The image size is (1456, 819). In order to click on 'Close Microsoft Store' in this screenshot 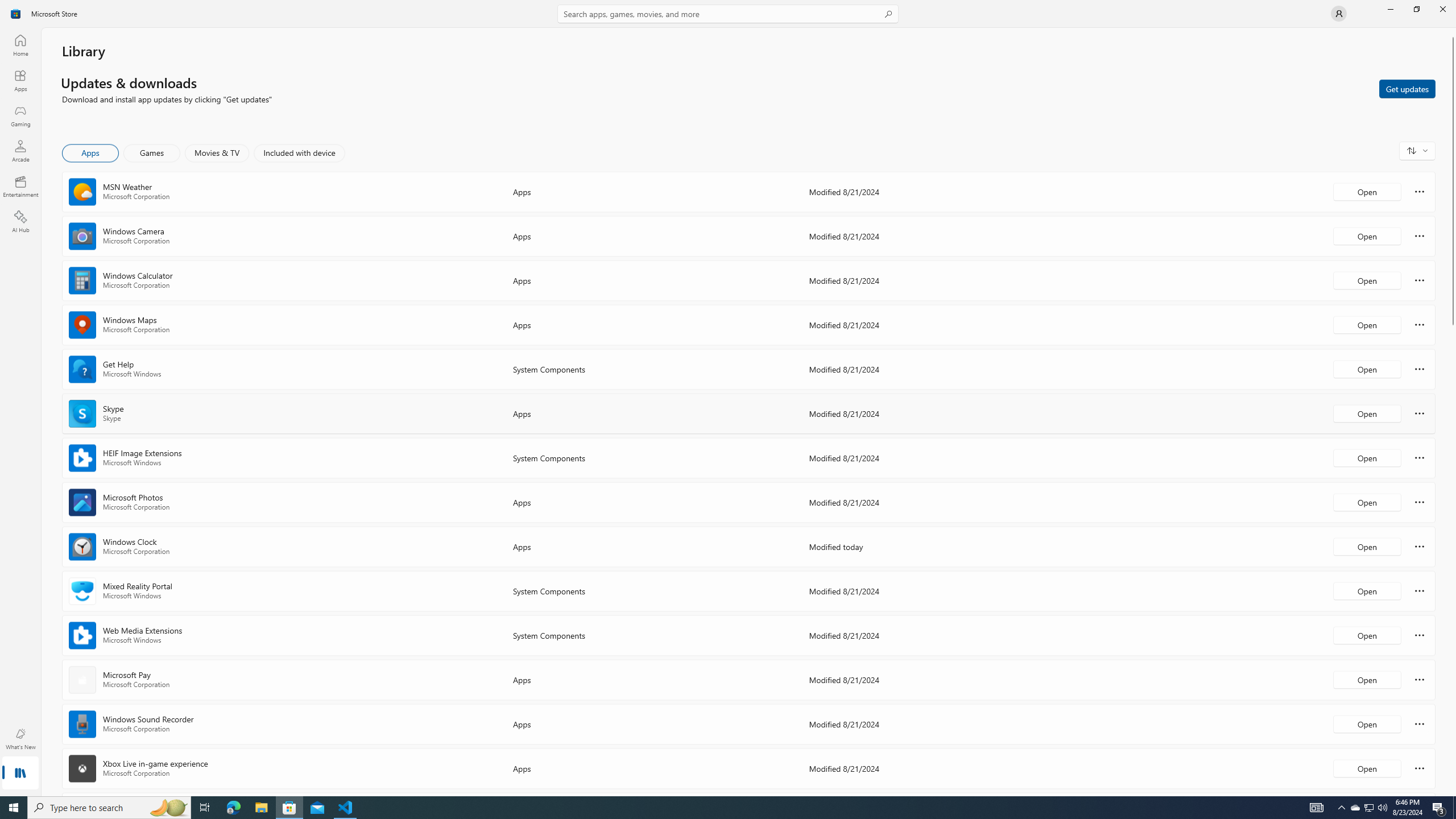, I will do `click(1442, 9)`.